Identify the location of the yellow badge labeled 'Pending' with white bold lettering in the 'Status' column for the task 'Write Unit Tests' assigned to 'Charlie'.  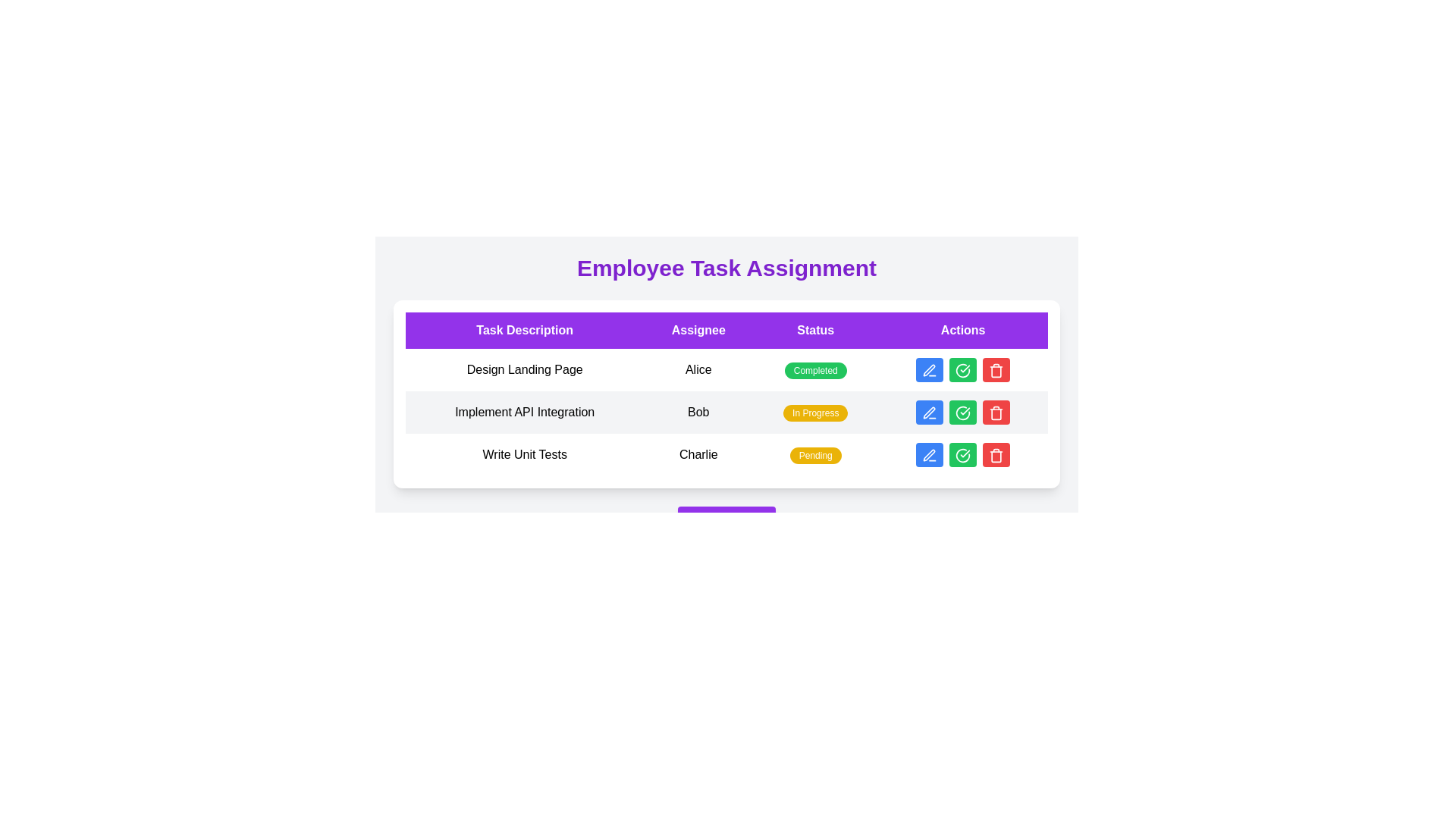
(814, 454).